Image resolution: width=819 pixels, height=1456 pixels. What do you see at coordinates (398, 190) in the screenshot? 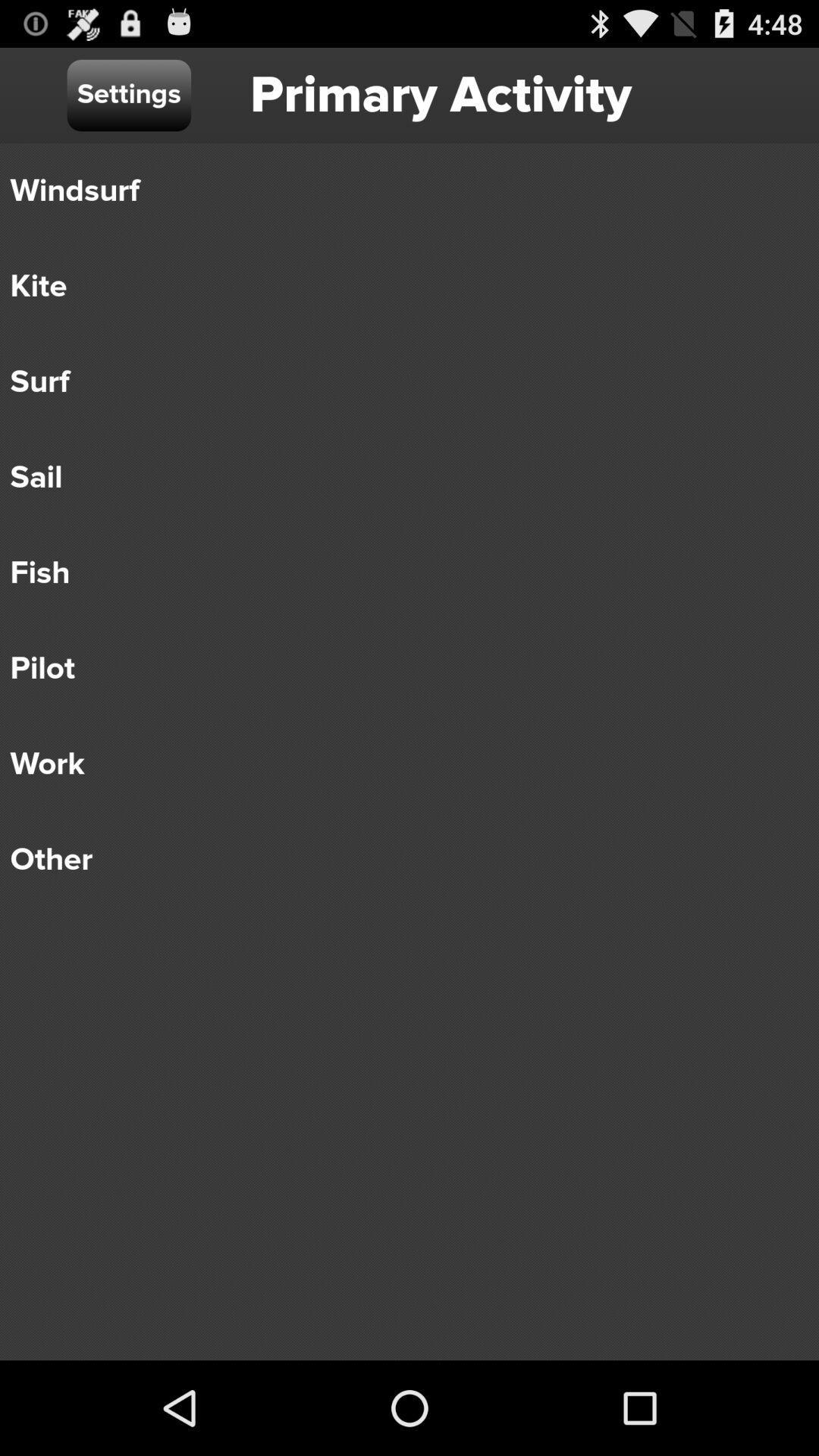
I see `windsurf icon` at bounding box center [398, 190].